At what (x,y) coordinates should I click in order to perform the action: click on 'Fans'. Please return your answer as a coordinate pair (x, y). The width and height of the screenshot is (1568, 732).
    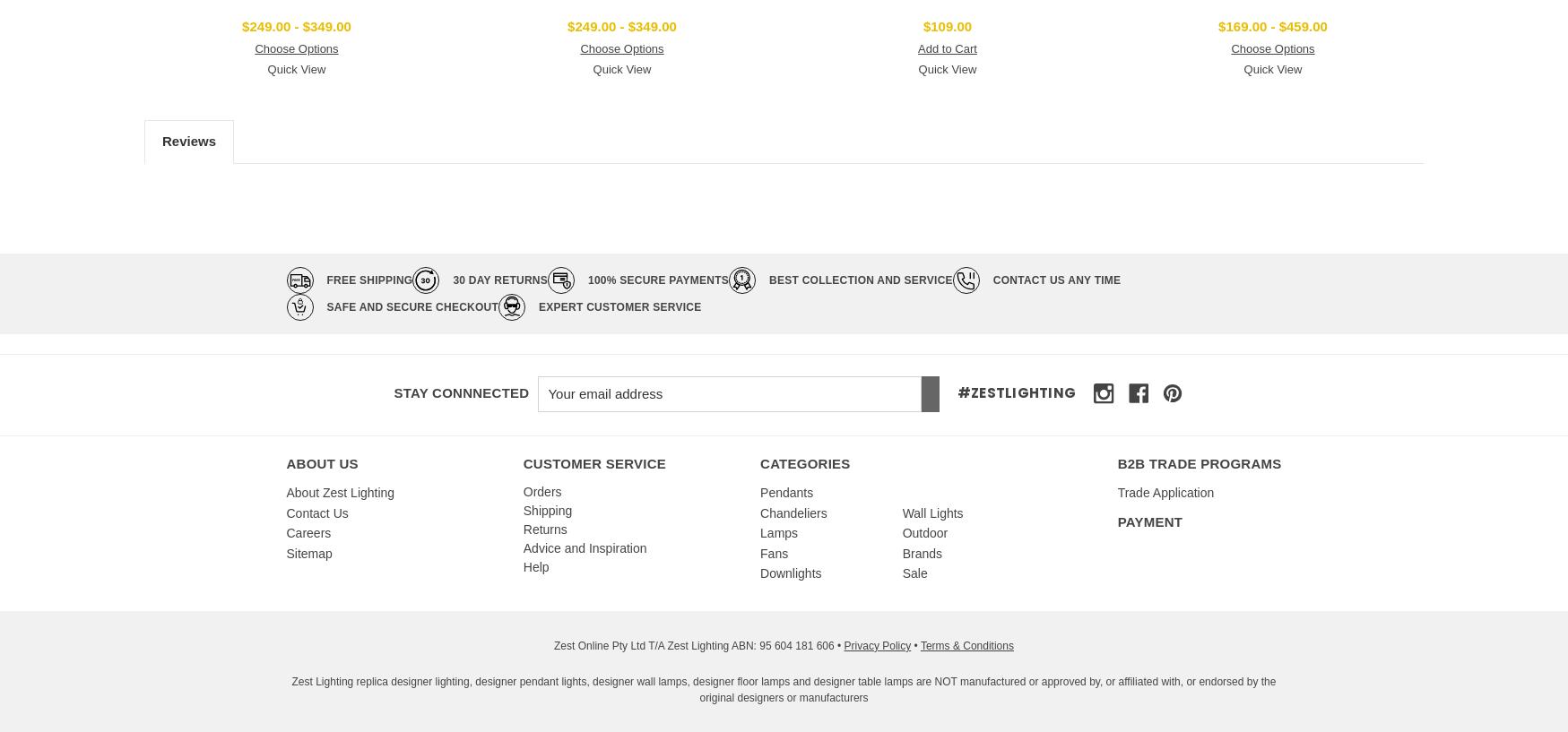
    Looking at the image, I should click on (773, 552).